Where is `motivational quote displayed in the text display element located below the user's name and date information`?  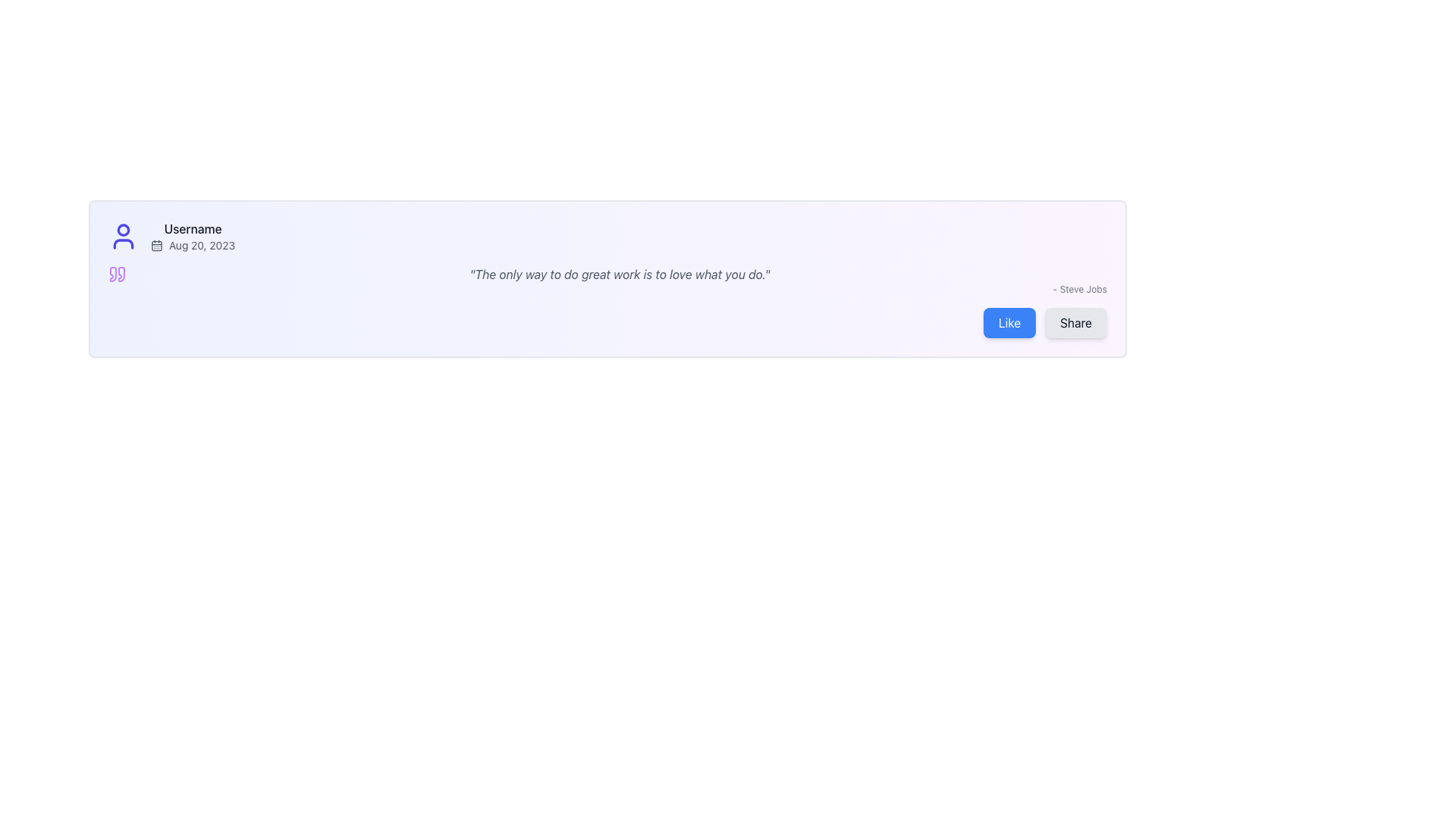
motivational quote displayed in the text display element located below the user's name and date information is located at coordinates (607, 281).